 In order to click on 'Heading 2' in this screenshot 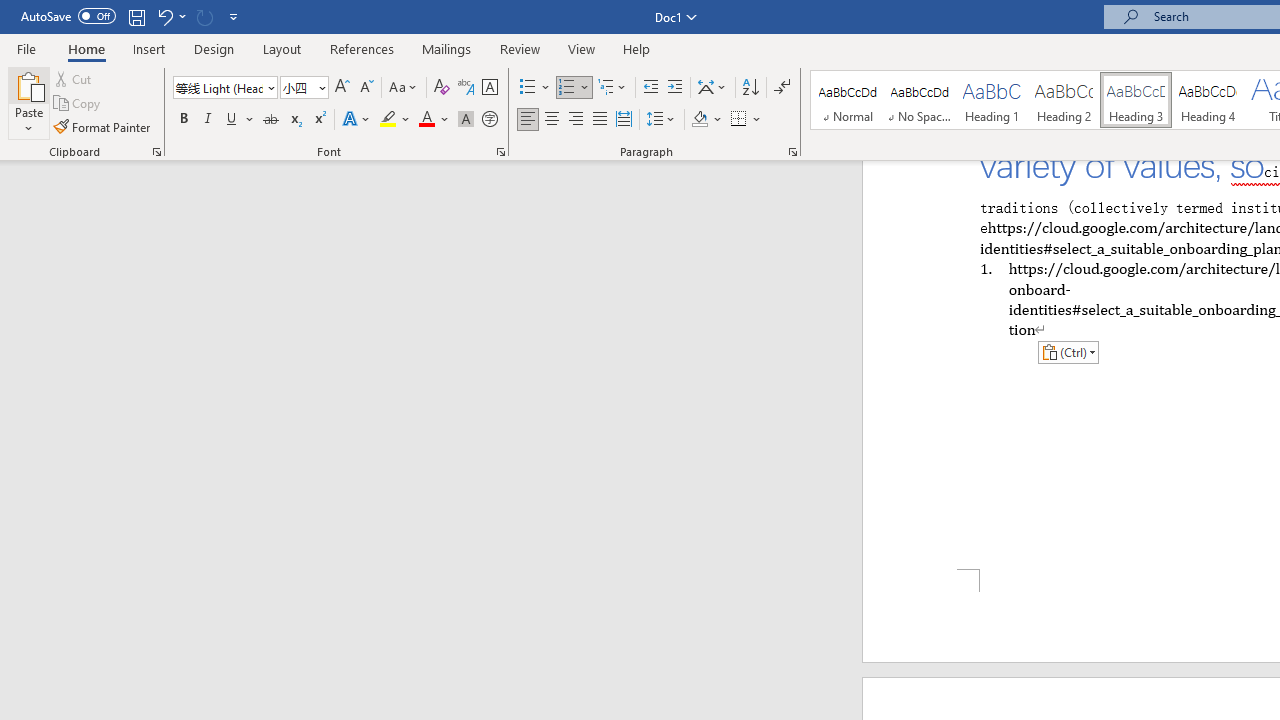, I will do `click(1062, 100)`.